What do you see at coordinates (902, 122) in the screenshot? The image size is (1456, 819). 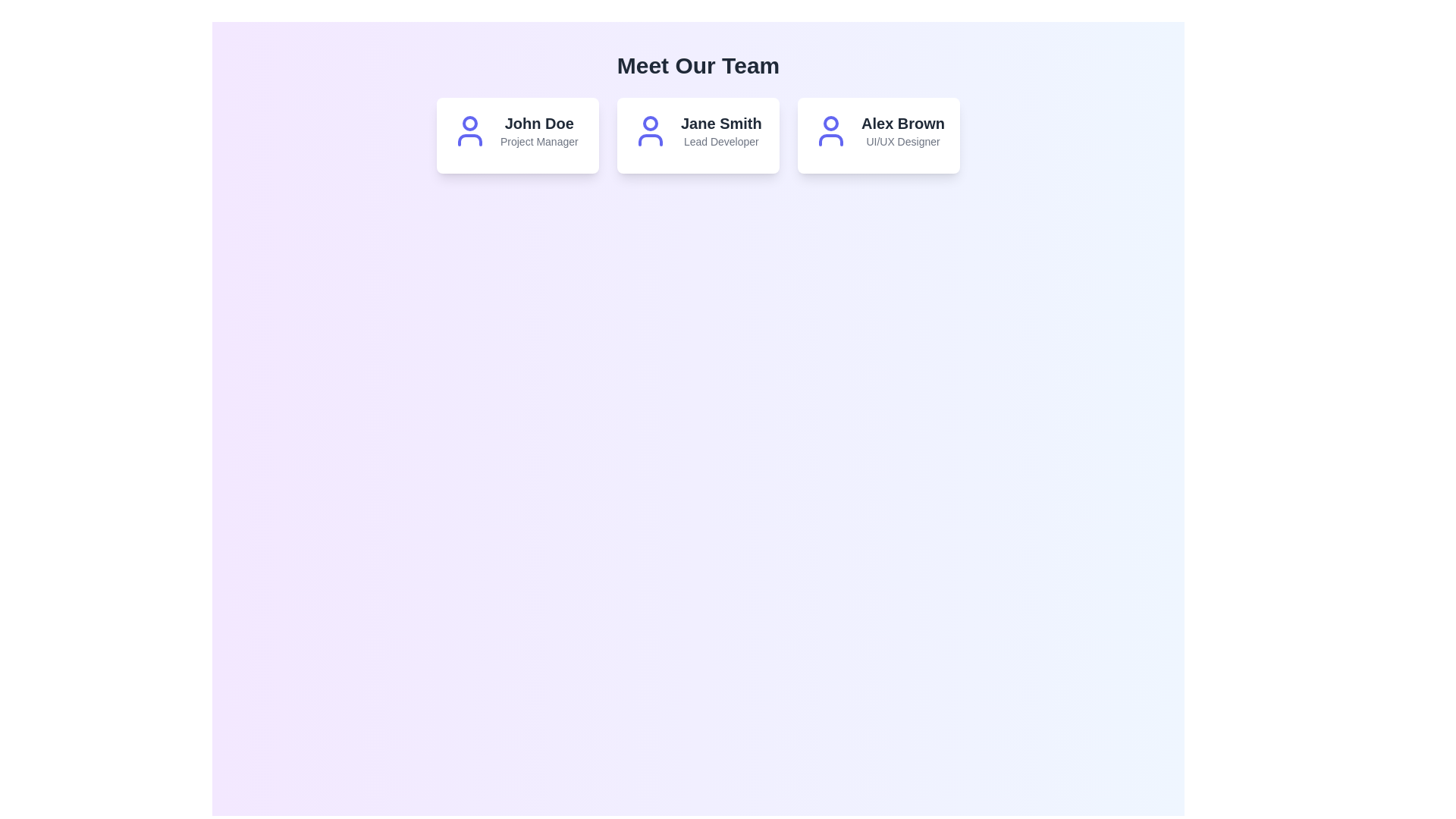 I see `text element displaying the name 'Alex Brown' located at the upper section of the rightmost user card under 'Meet Our Team'` at bounding box center [902, 122].